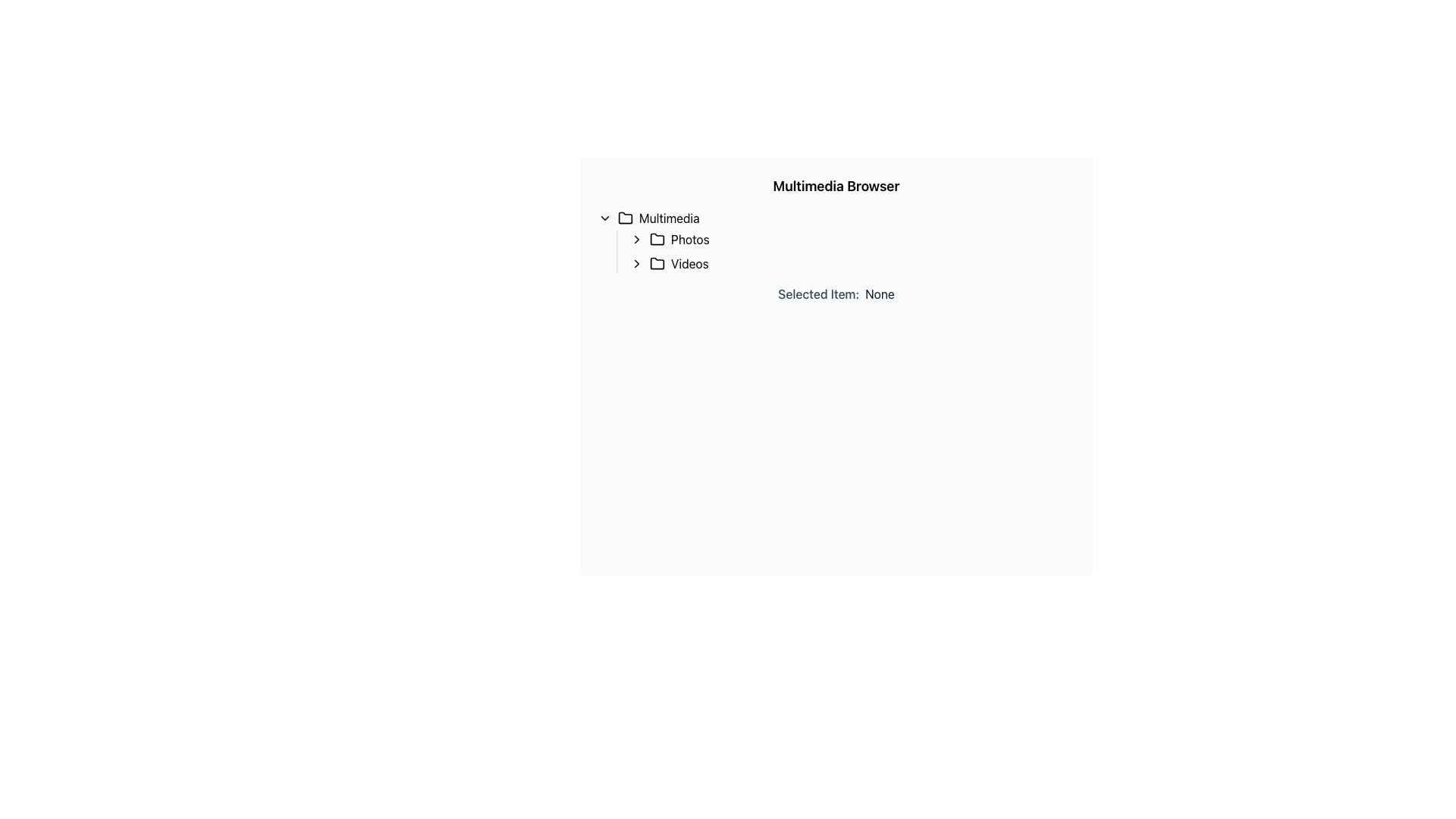 Image resolution: width=1456 pixels, height=819 pixels. I want to click on the Text Label element that serves as a context label for the adjacent value, located in the center-right area of the UI below the header, so click(817, 294).